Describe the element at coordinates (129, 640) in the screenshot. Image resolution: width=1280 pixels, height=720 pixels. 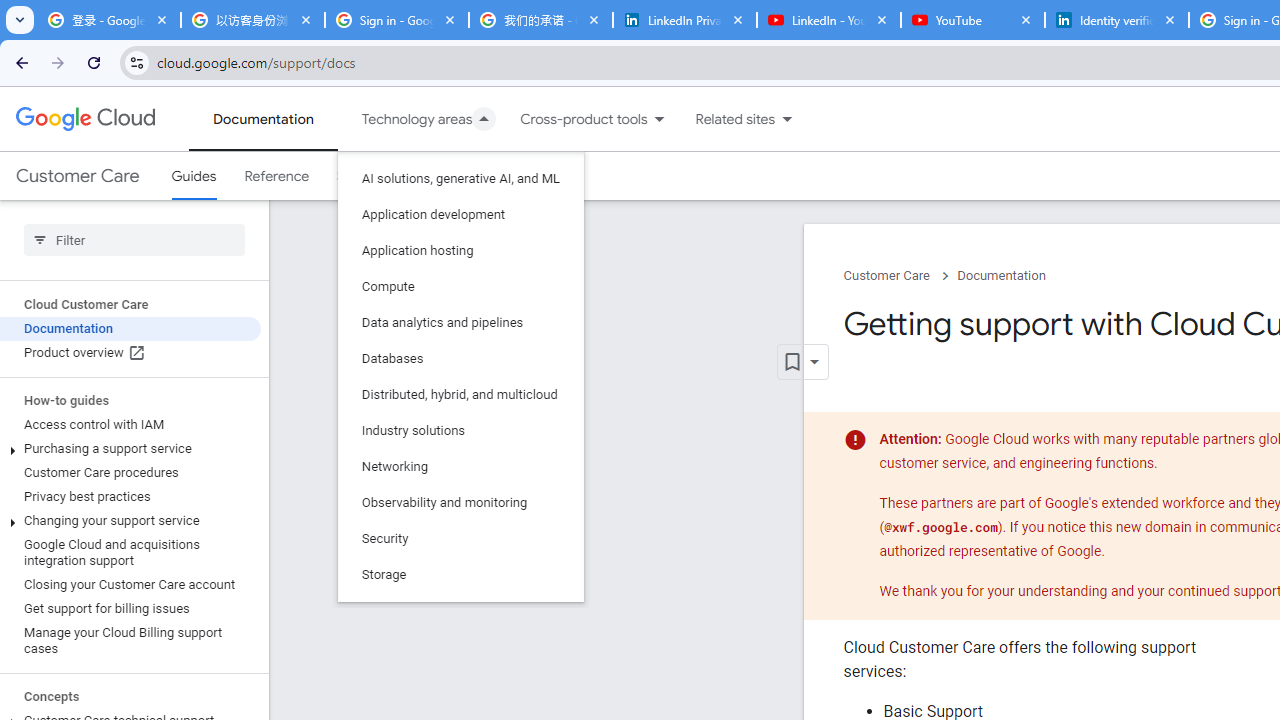
I see `'Manage your Cloud Billing support cases'` at that location.